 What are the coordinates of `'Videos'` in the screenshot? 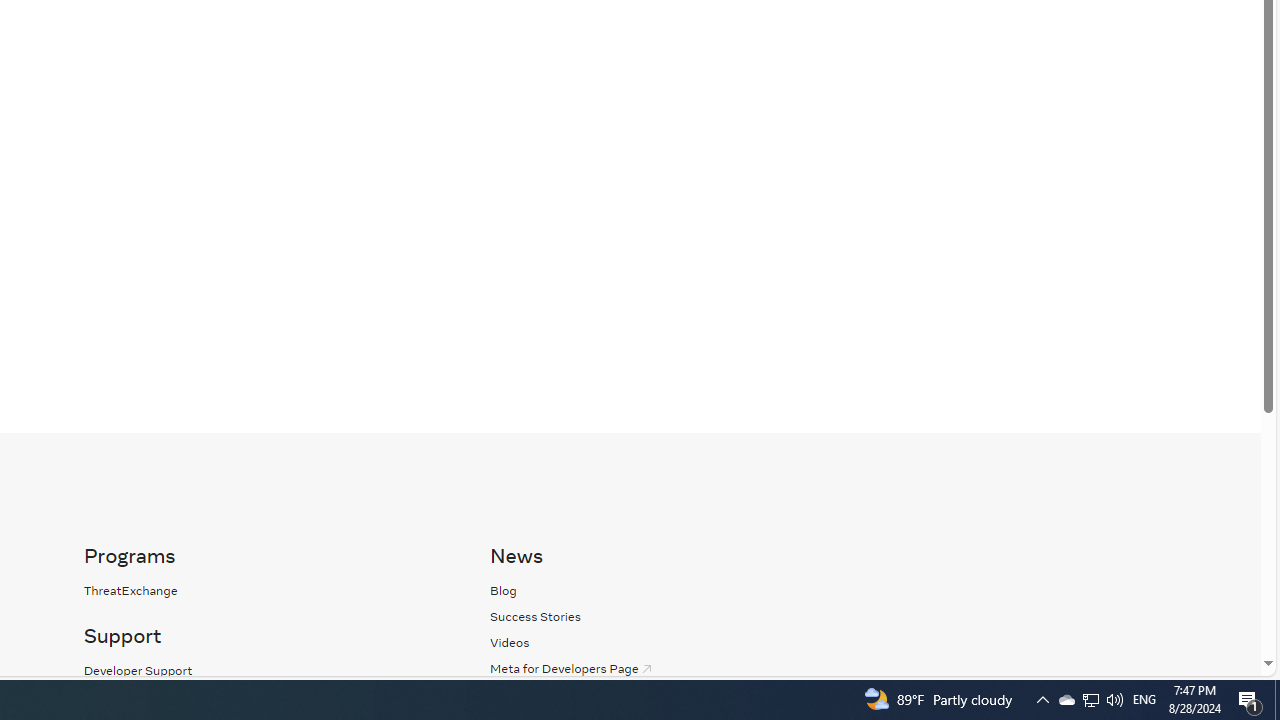 It's located at (672, 642).